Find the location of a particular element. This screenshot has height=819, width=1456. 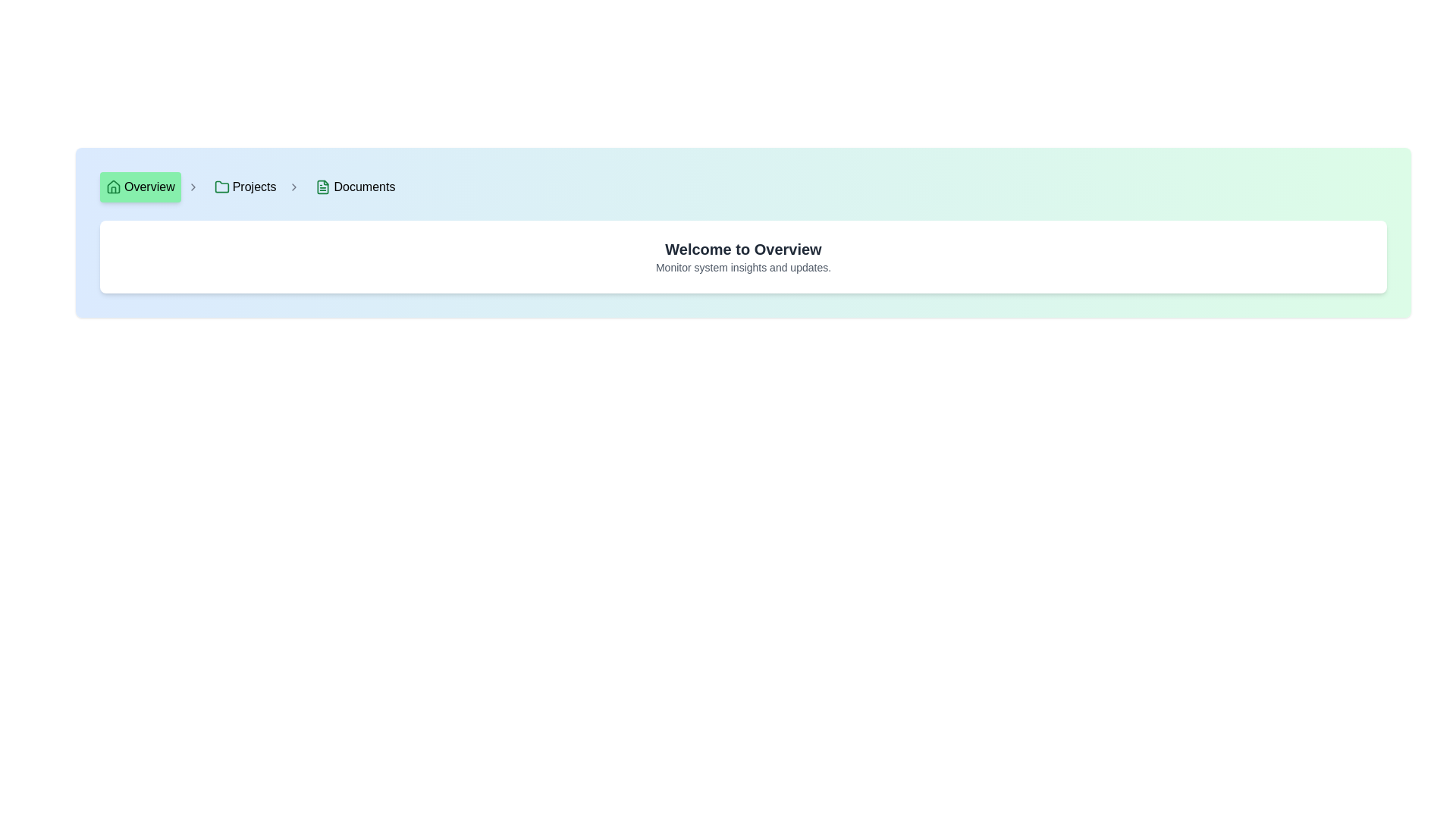

the 'Overview' button is located at coordinates (140, 186).